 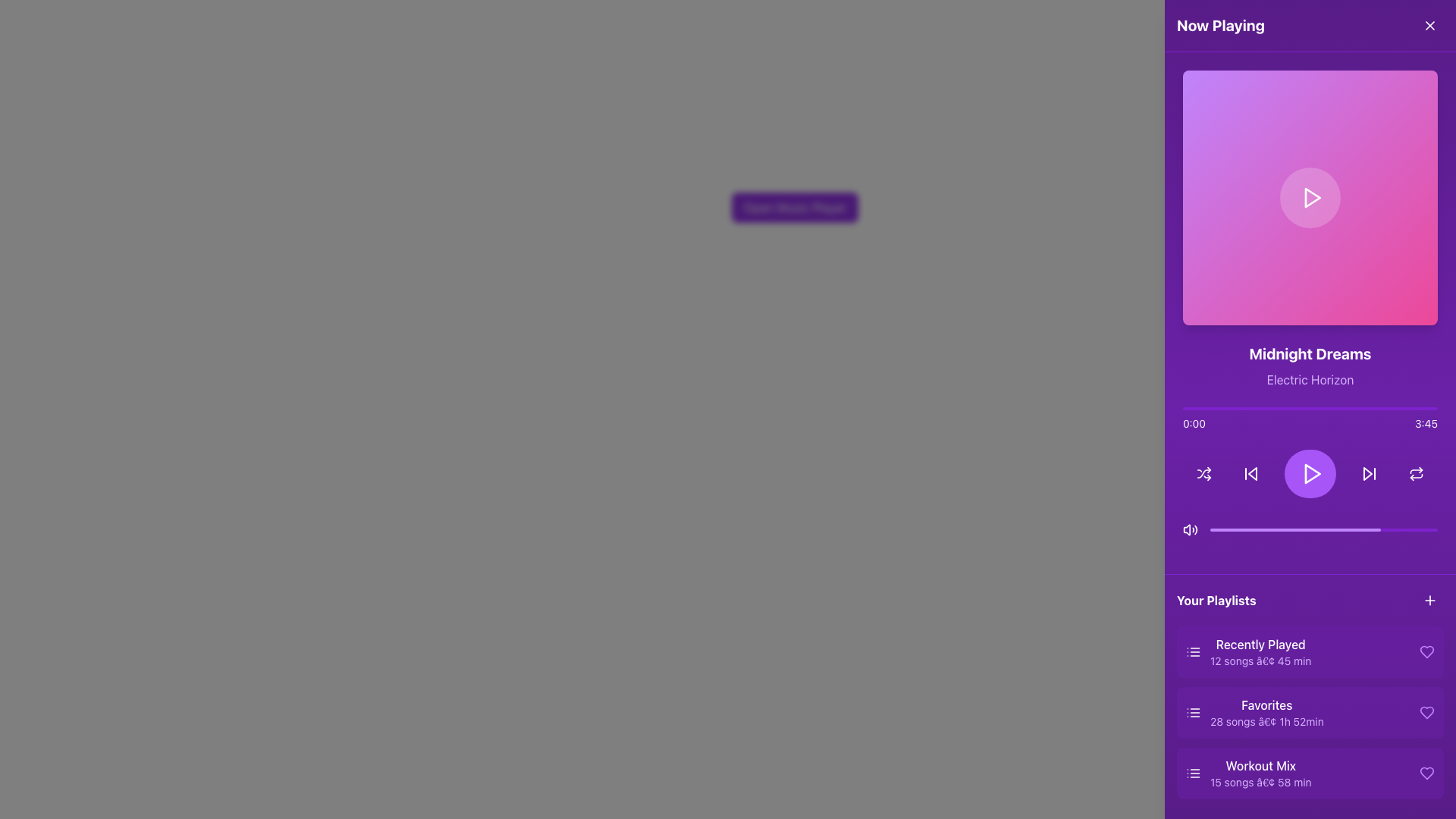 I want to click on the playback progress, so click(x=1230, y=529).